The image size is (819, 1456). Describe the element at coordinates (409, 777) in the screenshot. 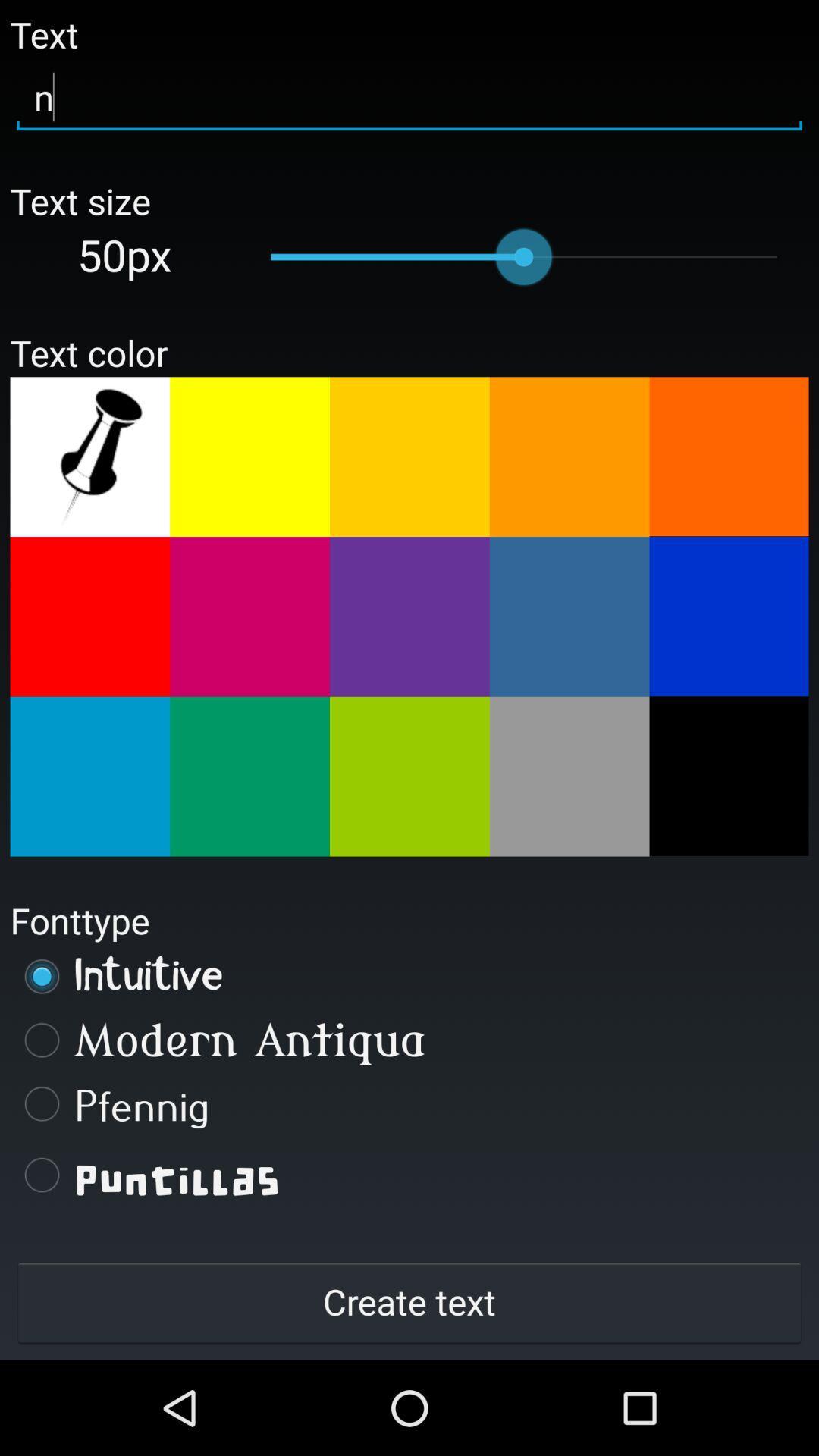

I see `item` at that location.